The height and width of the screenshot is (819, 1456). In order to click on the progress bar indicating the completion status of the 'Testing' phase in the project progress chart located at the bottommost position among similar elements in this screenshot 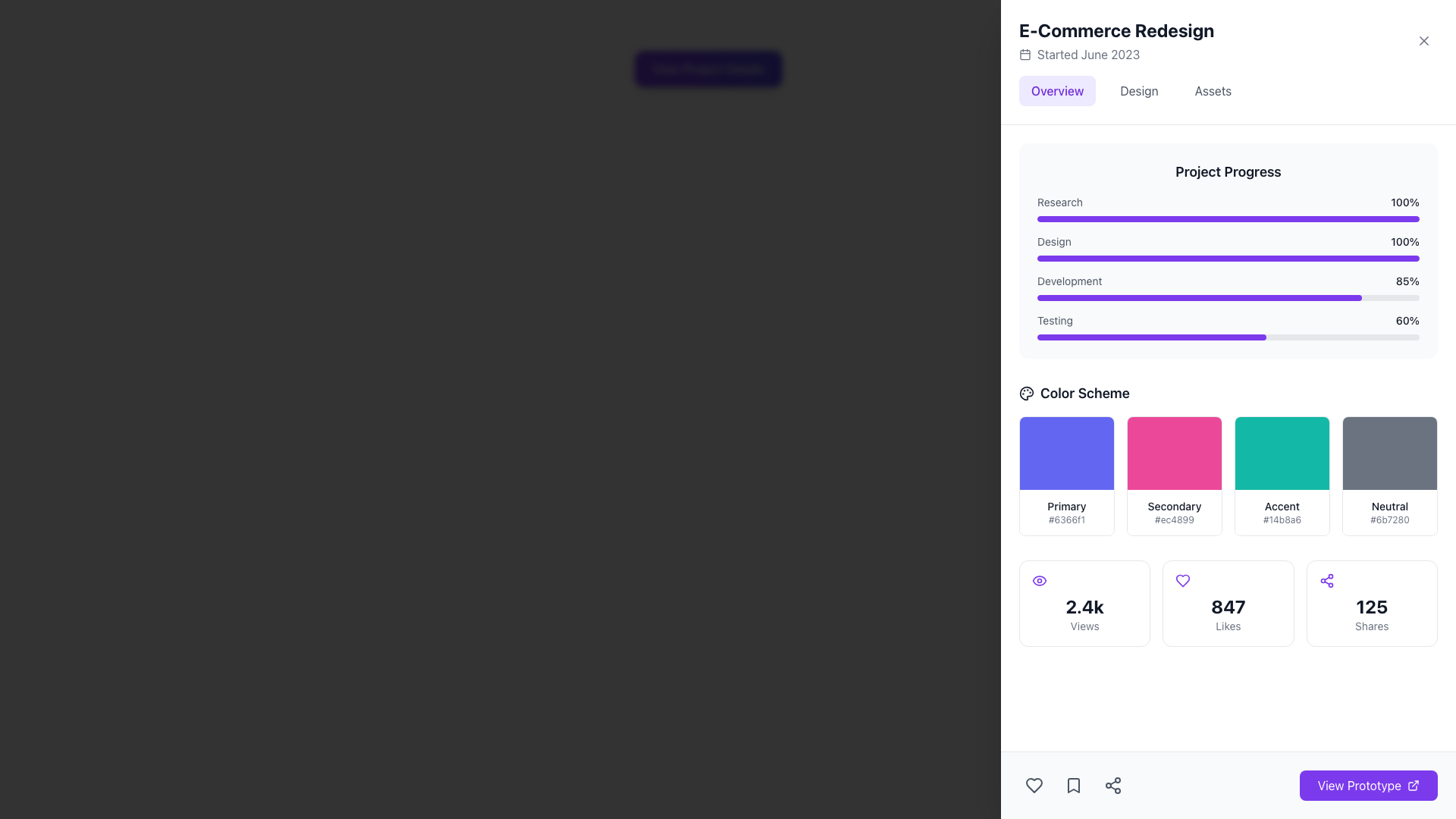, I will do `click(1228, 326)`.